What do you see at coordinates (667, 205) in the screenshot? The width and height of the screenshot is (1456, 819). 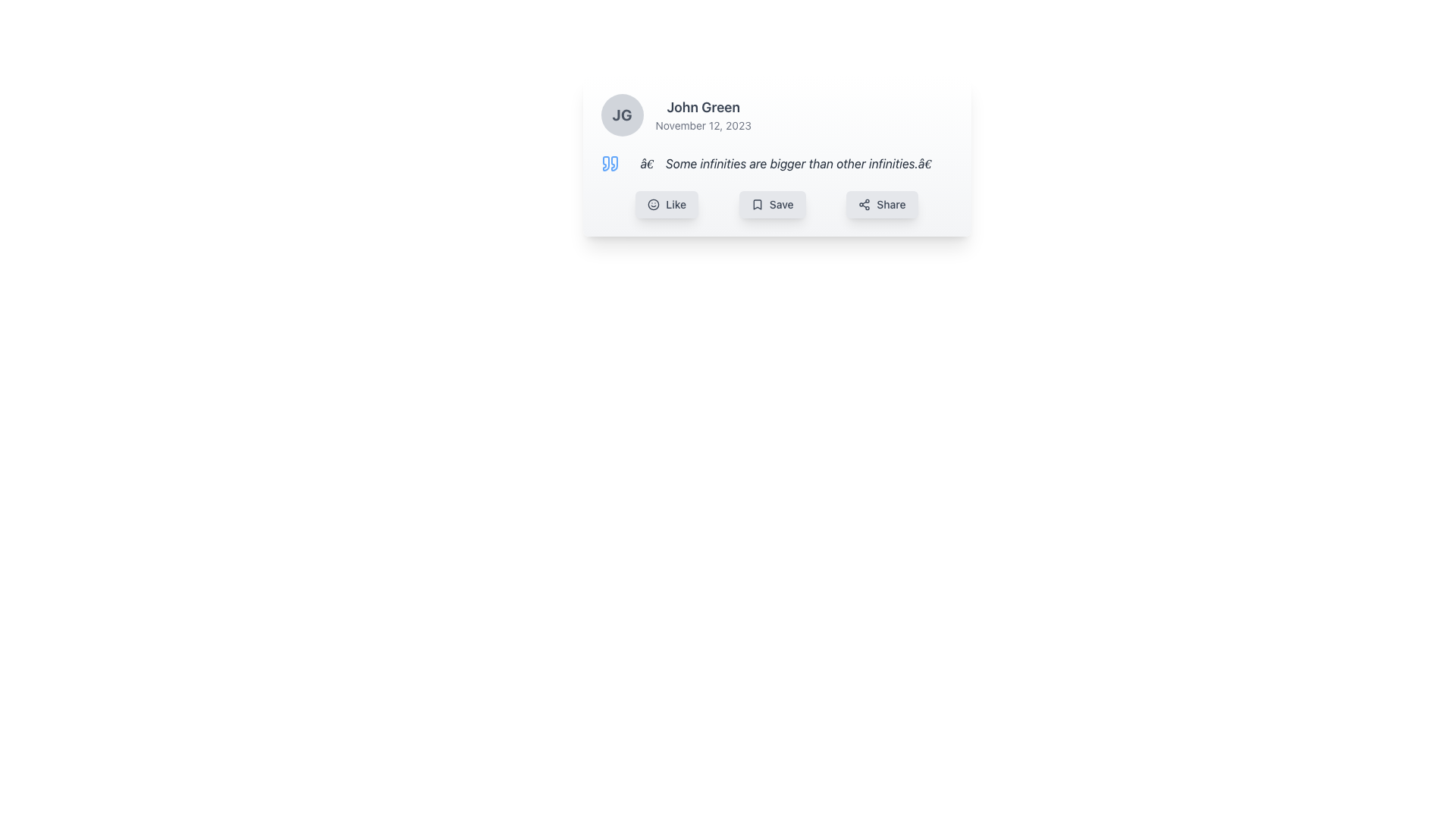 I see `the 'Like' button, which is a rectangular button with rounded corners, featuring a light gray background, darker gray text, and a smiling face icon on the left` at bounding box center [667, 205].